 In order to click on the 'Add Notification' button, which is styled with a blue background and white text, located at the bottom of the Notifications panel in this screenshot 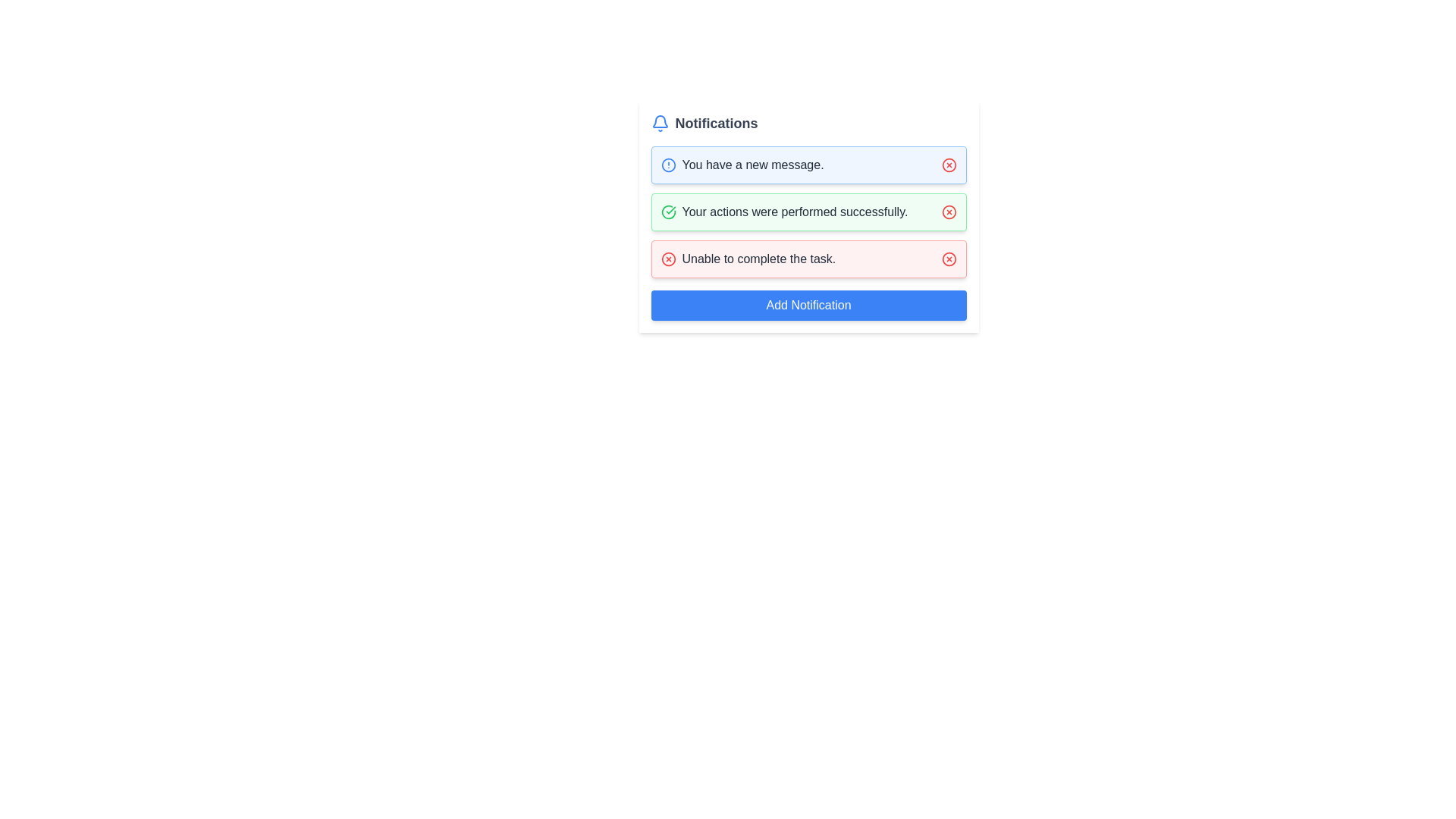, I will do `click(808, 305)`.